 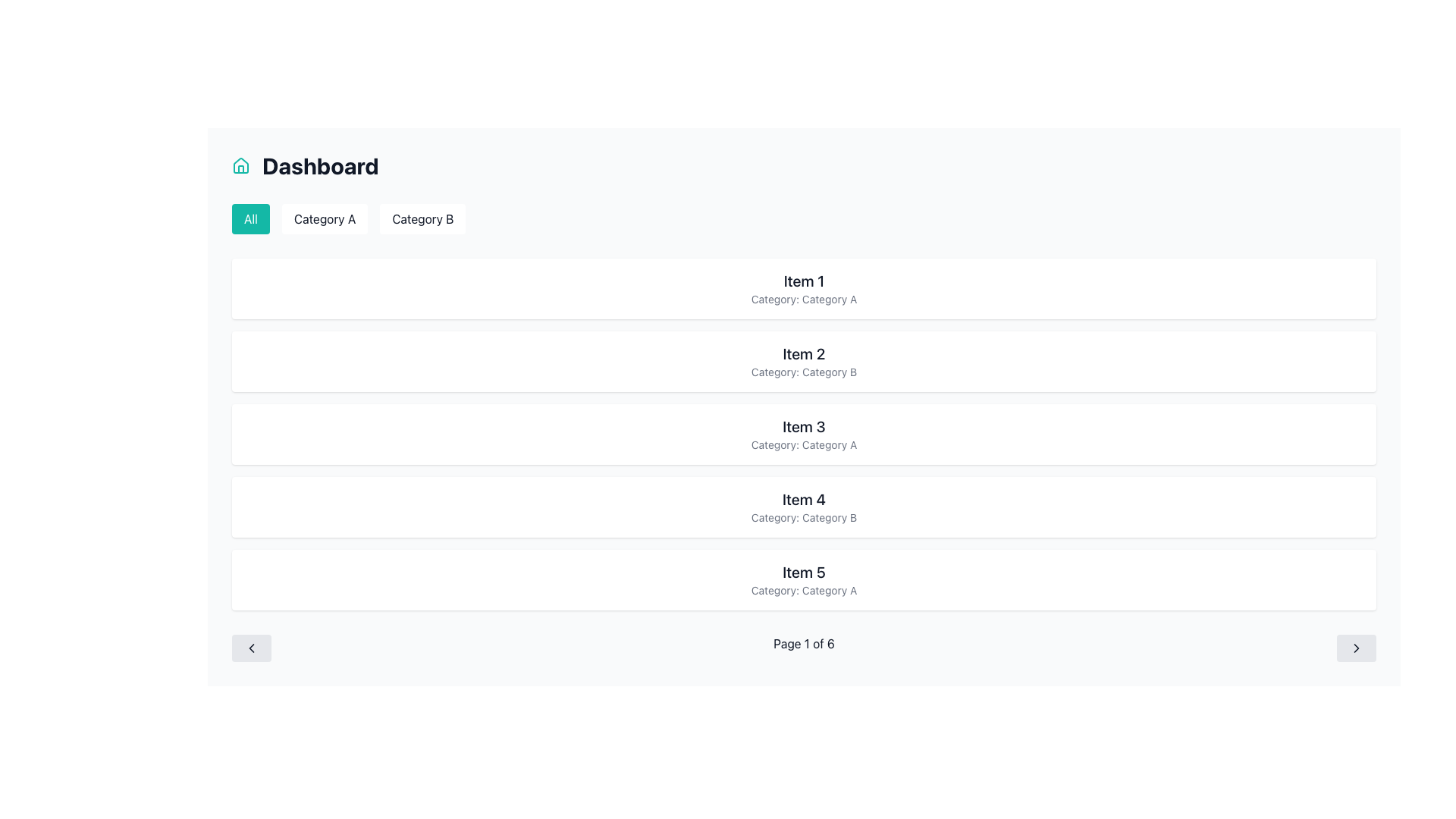 What do you see at coordinates (803, 427) in the screenshot?
I see `the text label that serves as the title for the third item in the list, positioned above the smaller text component displaying 'Category: Category A'` at bounding box center [803, 427].